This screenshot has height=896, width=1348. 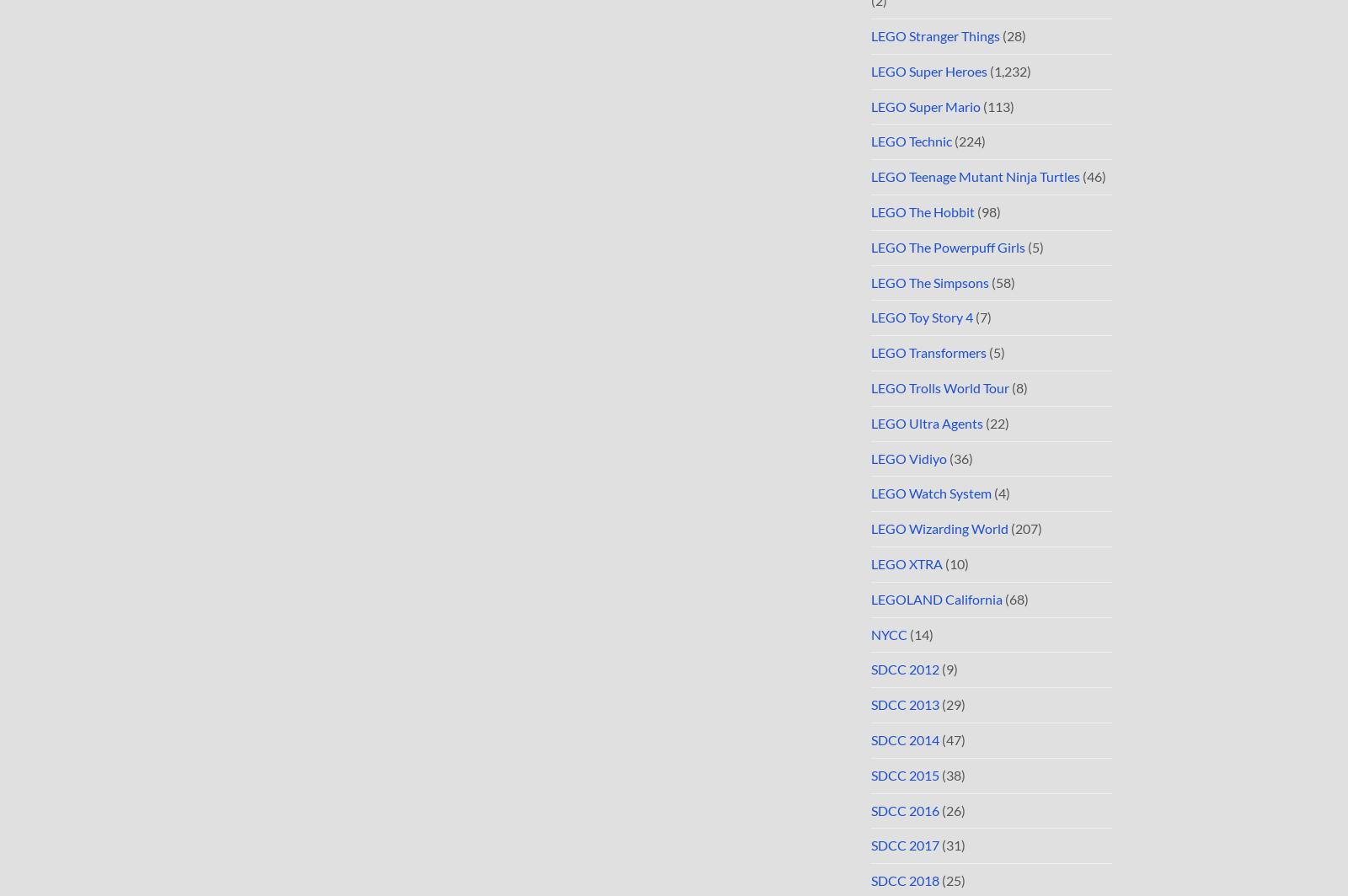 What do you see at coordinates (952, 845) in the screenshot?
I see `'(31)'` at bounding box center [952, 845].